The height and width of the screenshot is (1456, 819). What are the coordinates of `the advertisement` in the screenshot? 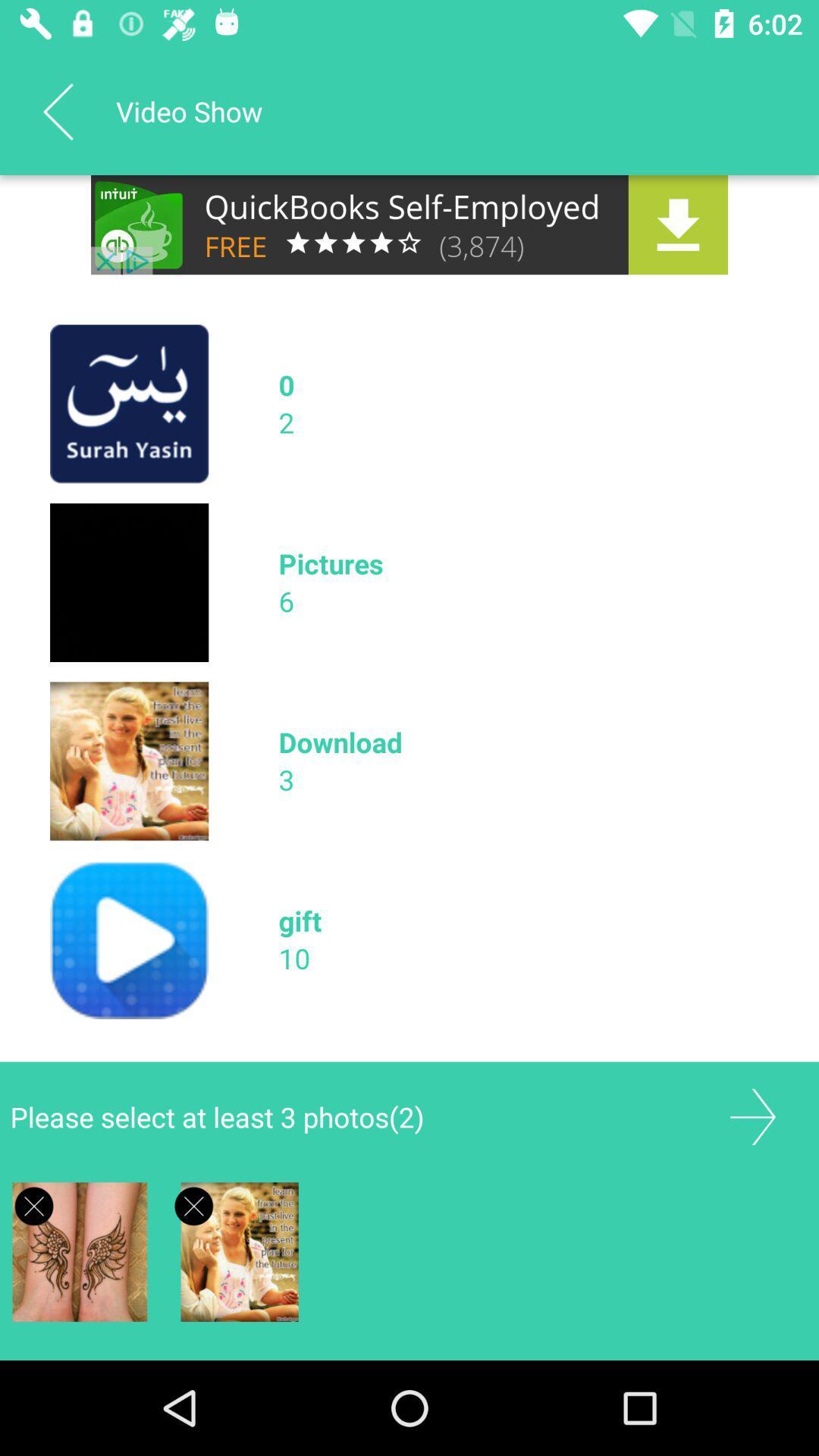 It's located at (34, 1205).